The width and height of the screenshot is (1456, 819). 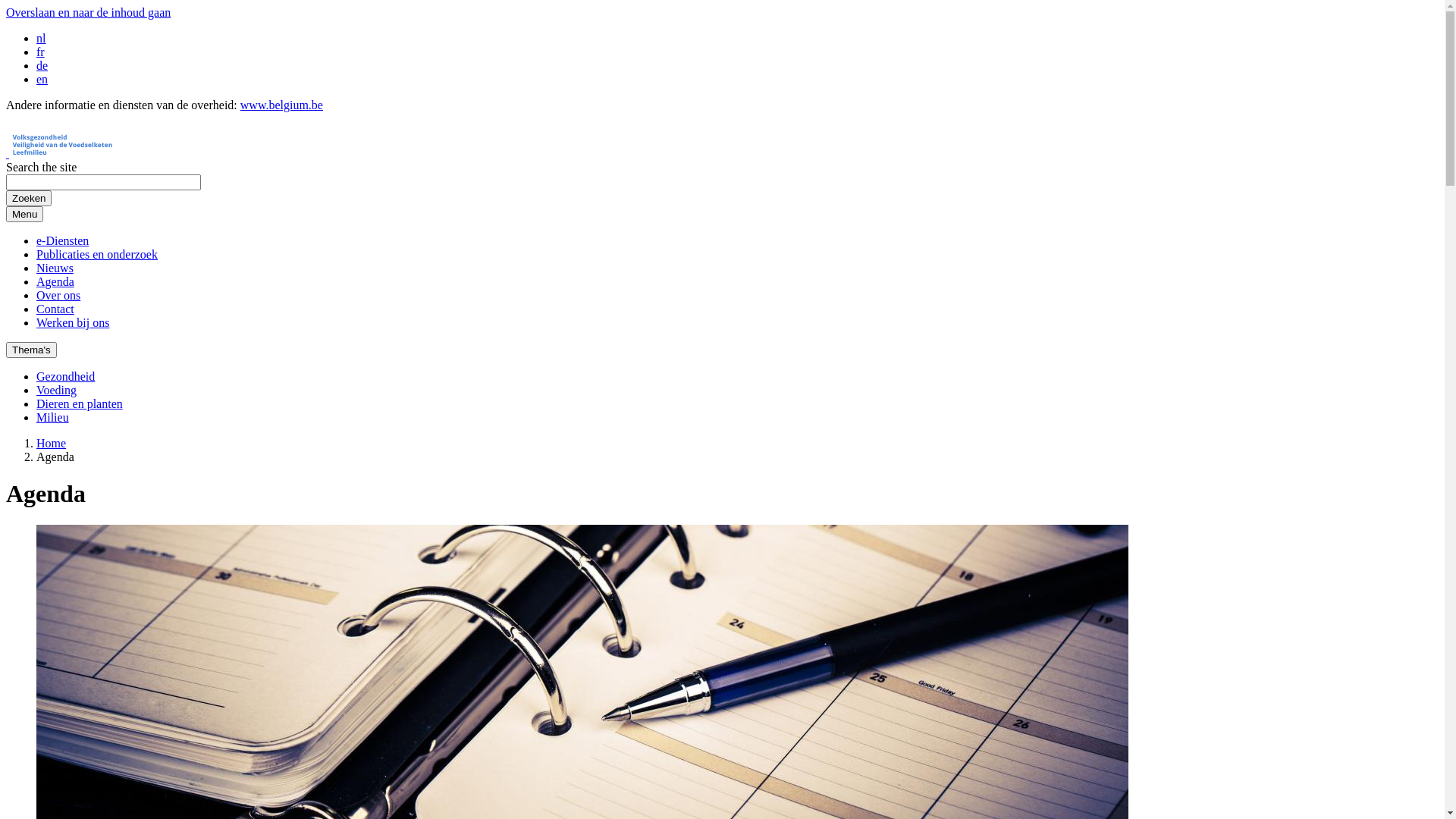 I want to click on 'Nieuws', so click(x=55, y=267).